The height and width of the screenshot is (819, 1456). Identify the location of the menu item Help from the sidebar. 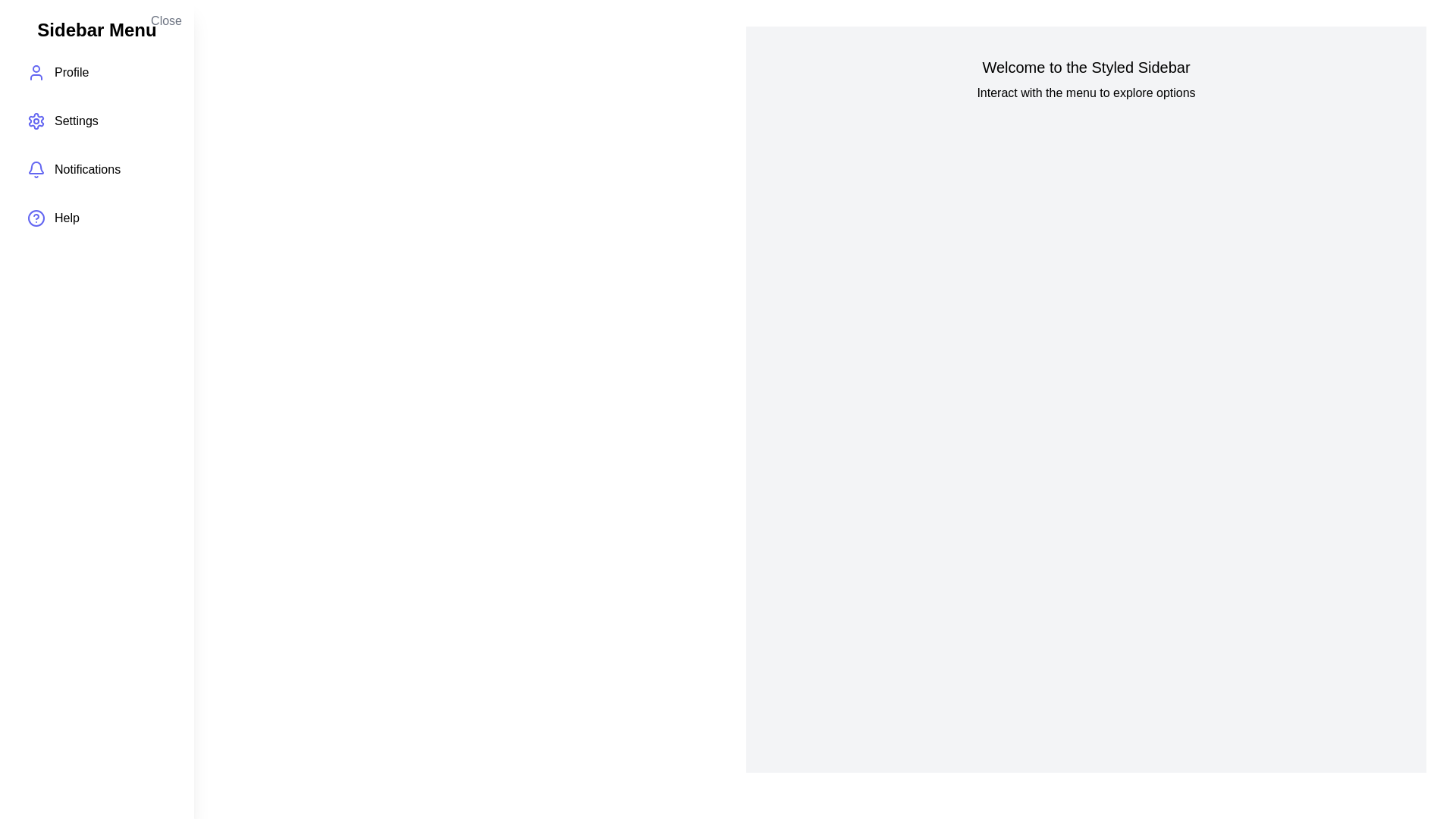
(96, 218).